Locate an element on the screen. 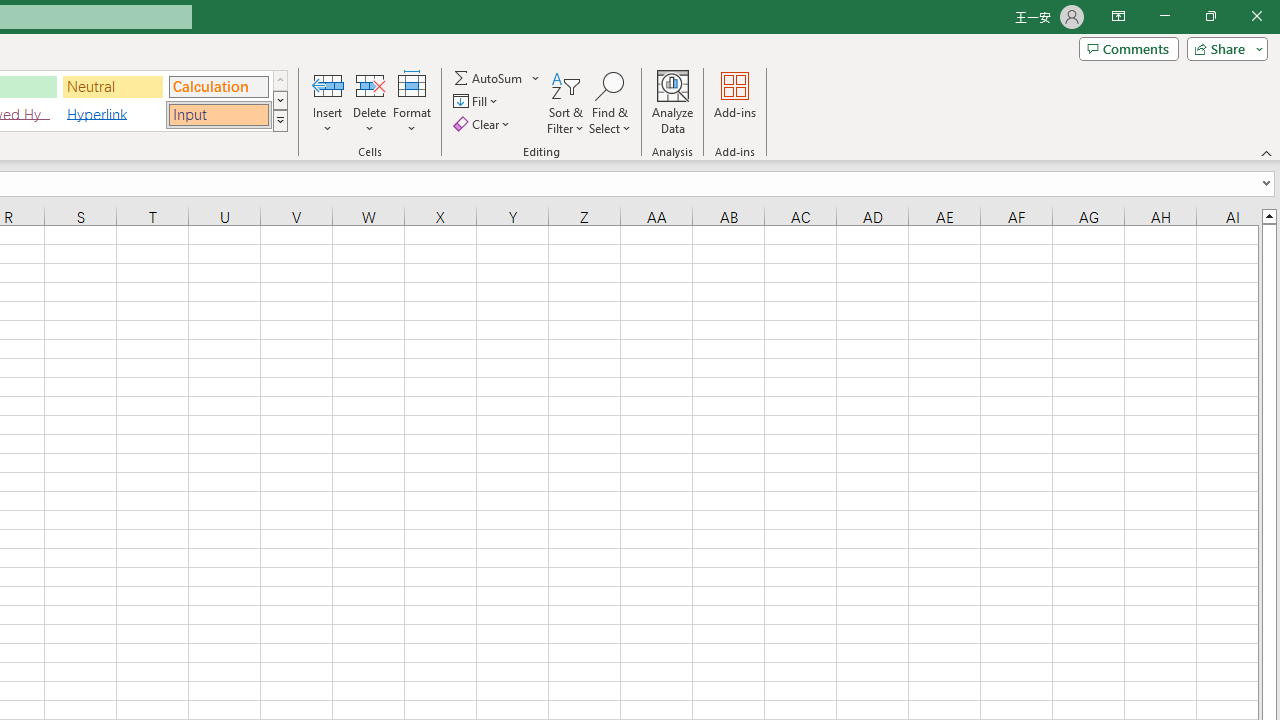 The width and height of the screenshot is (1280, 720). 'Fill' is located at coordinates (477, 101).